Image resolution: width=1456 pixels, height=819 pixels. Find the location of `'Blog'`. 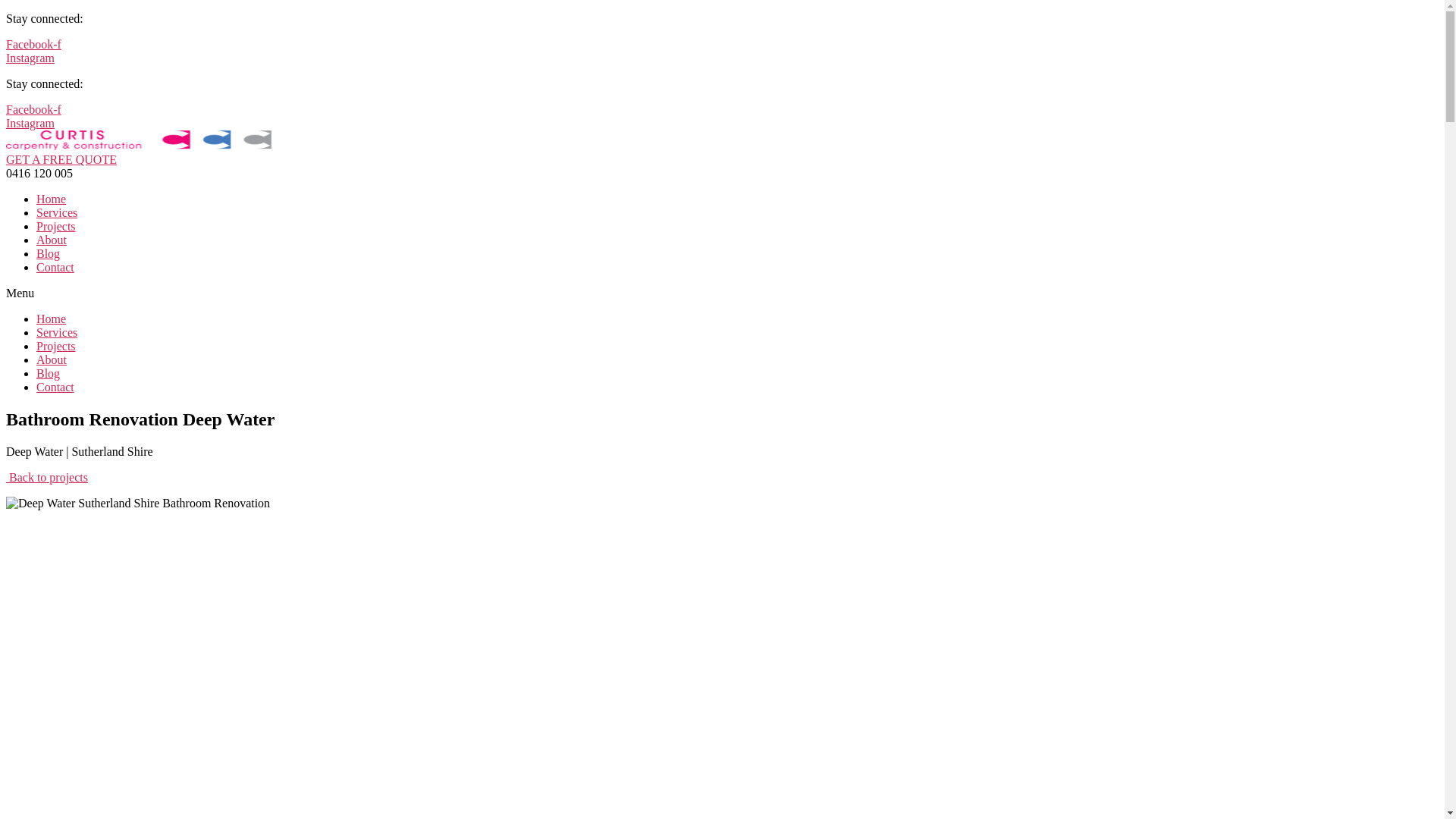

'Blog' is located at coordinates (36, 373).